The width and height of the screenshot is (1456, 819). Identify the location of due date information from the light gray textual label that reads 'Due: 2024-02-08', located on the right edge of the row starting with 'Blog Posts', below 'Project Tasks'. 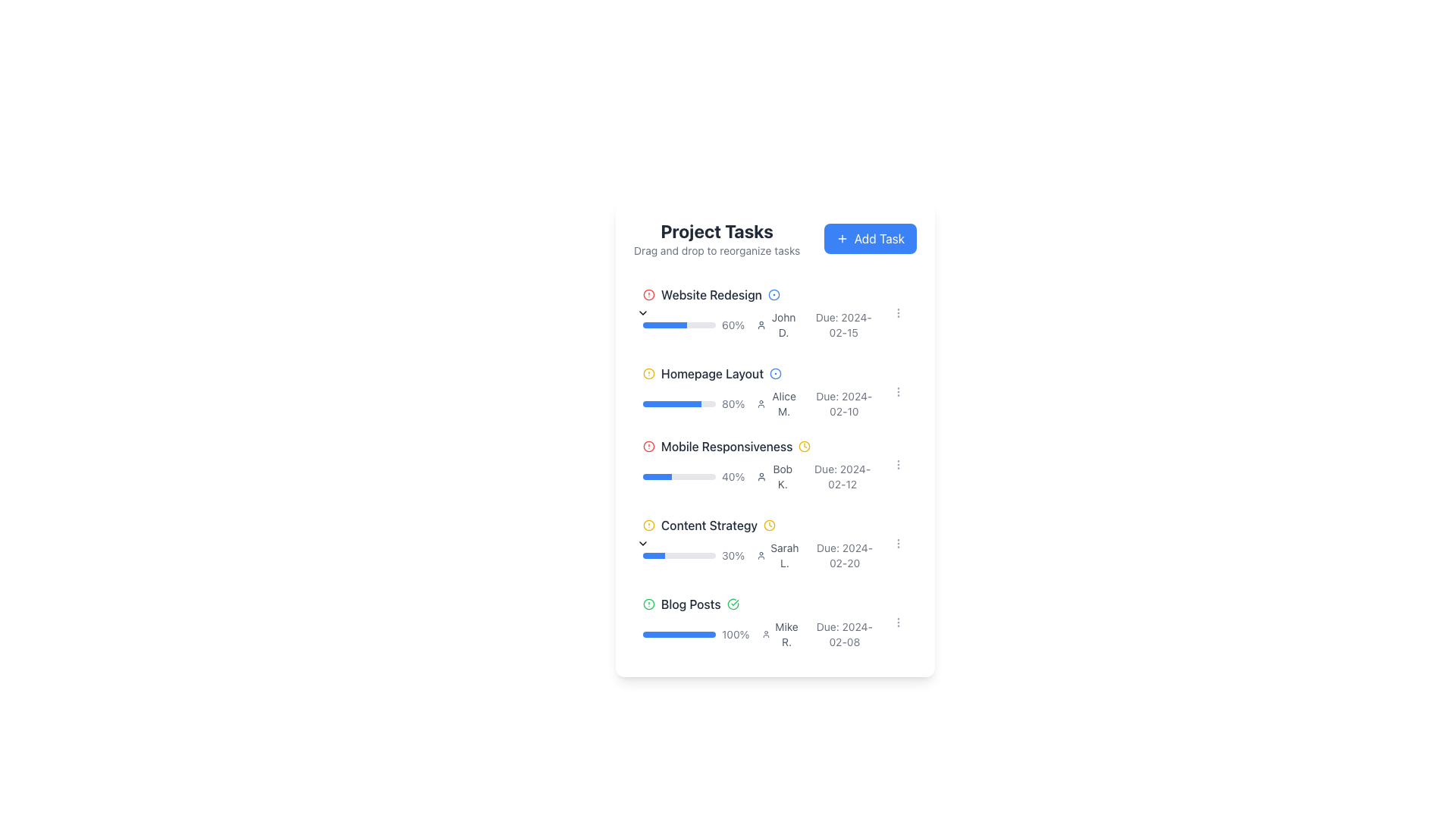
(843, 635).